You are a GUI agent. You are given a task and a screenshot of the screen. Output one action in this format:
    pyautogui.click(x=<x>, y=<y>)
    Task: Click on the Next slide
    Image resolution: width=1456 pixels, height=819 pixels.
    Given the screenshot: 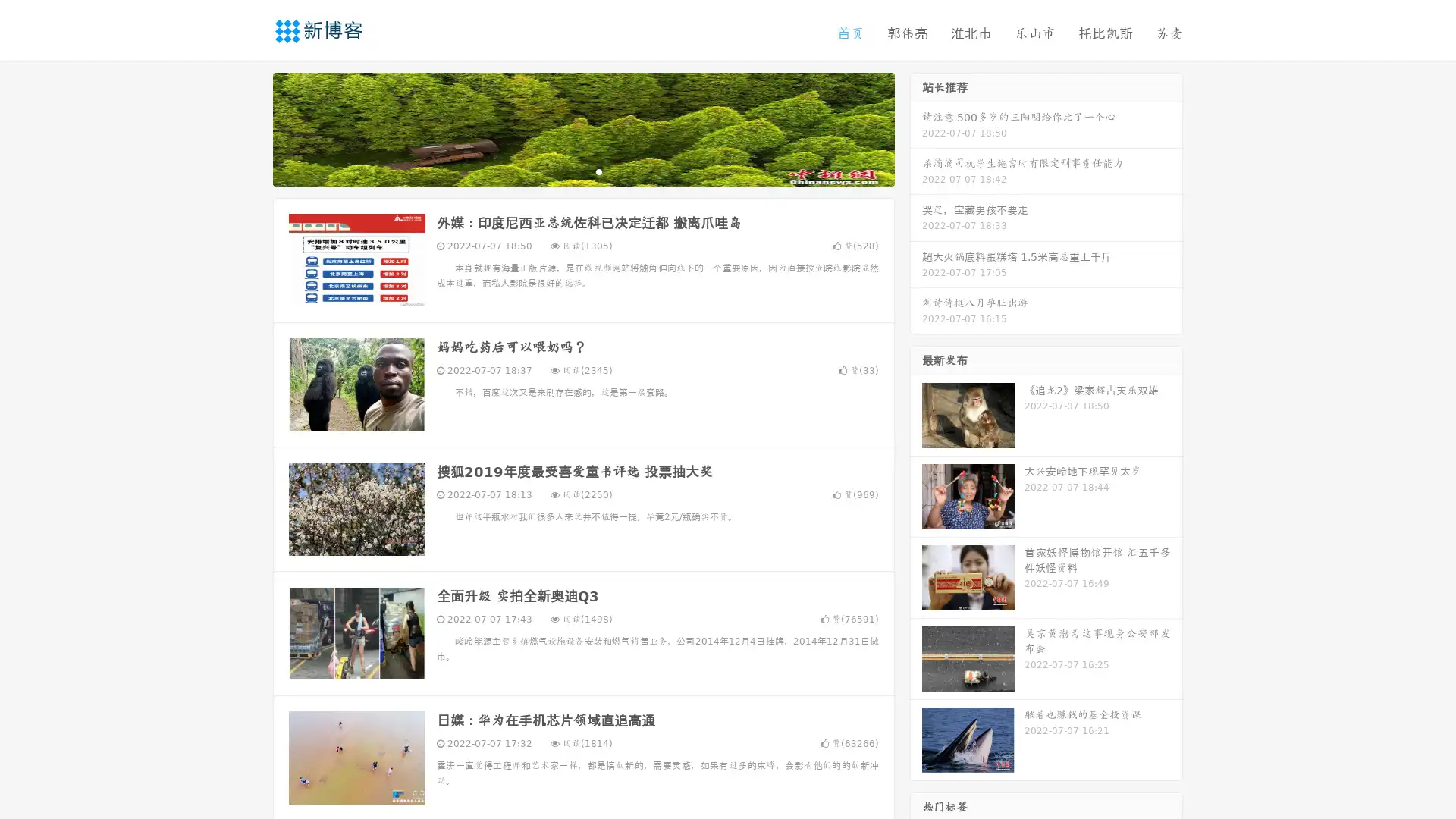 What is the action you would take?
    pyautogui.click(x=916, y=127)
    